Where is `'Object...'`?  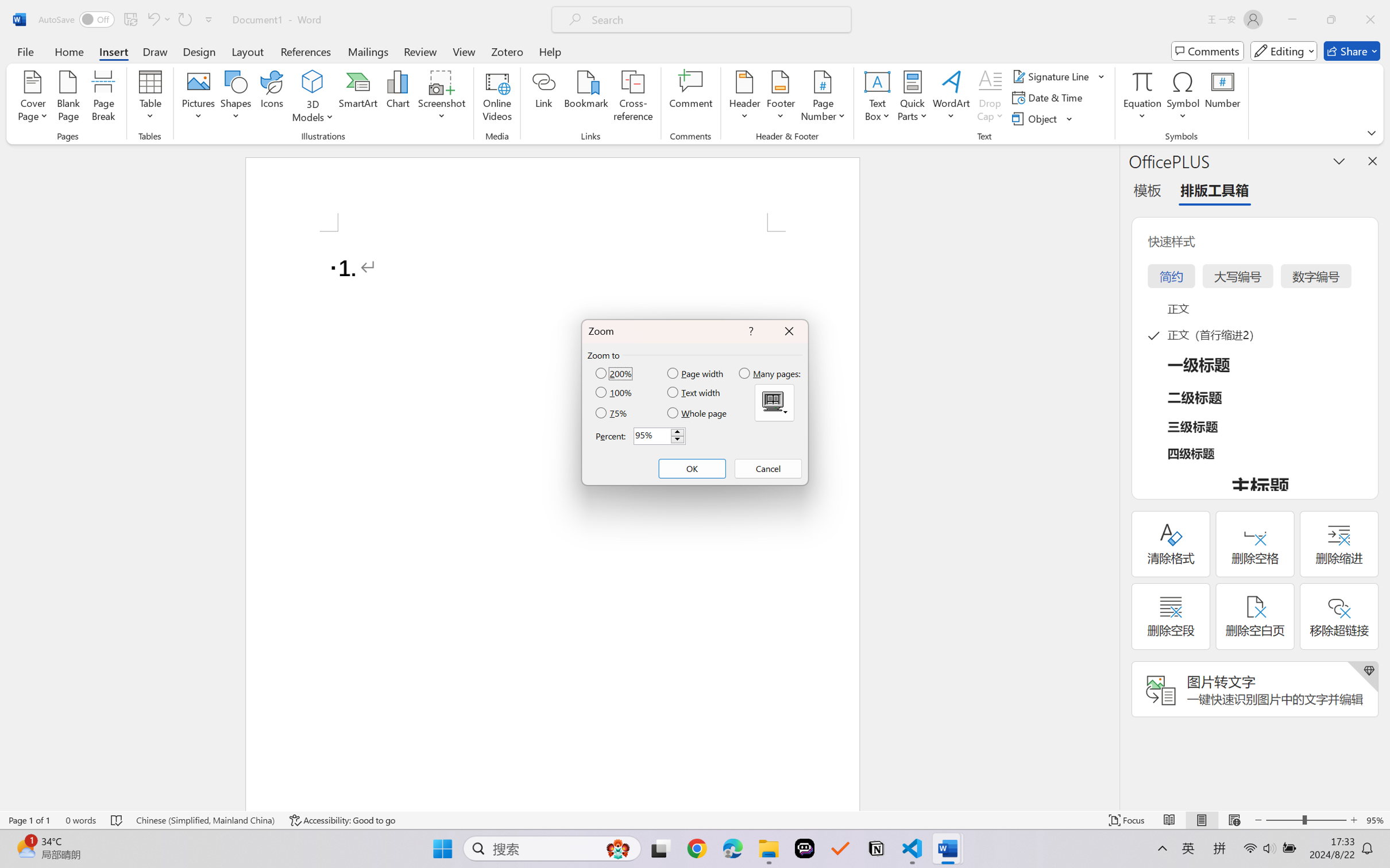 'Object...' is located at coordinates (1042, 119).